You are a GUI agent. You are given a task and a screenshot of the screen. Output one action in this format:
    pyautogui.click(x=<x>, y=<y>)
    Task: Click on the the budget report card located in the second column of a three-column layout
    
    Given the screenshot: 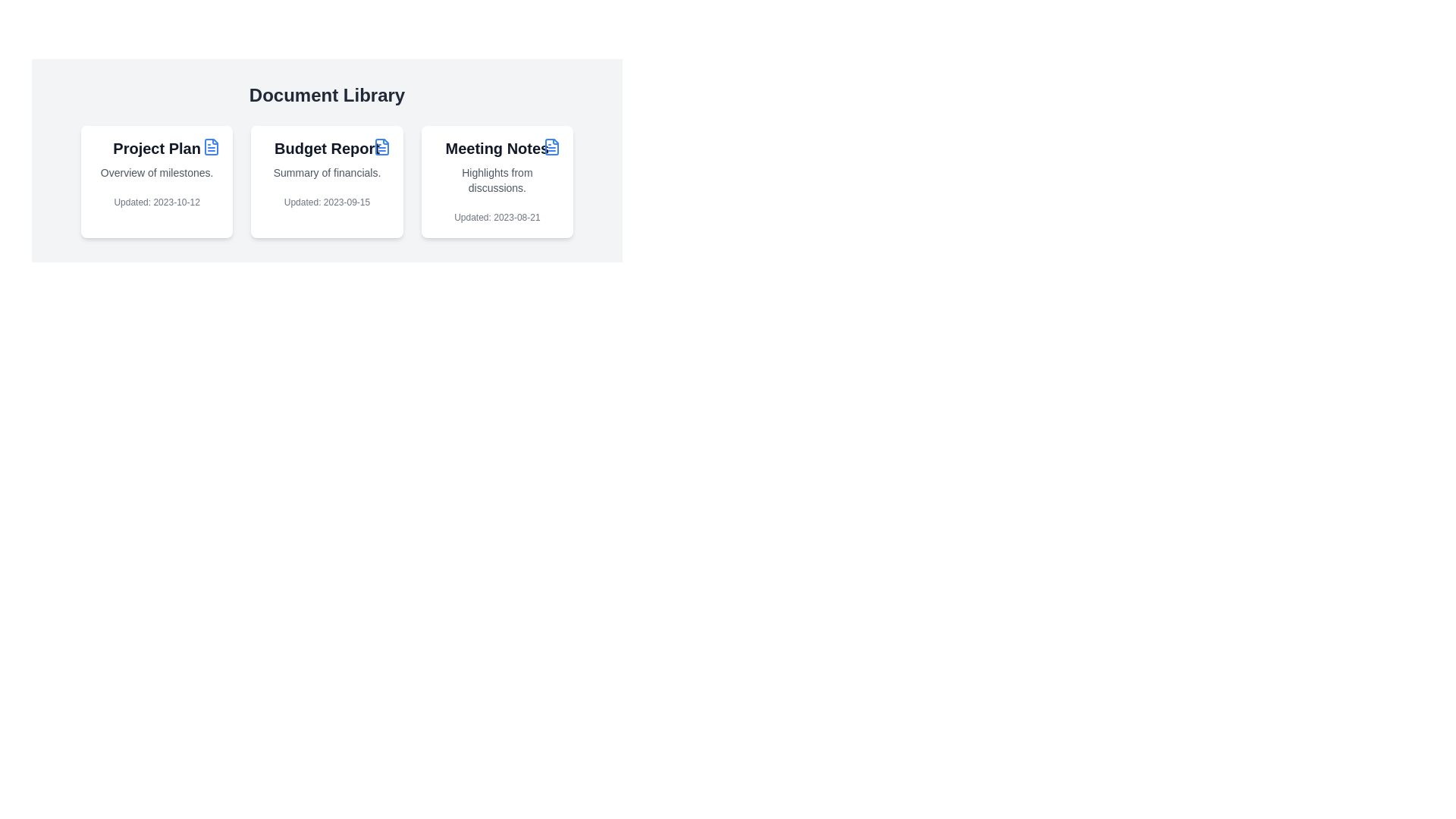 What is the action you would take?
    pyautogui.click(x=326, y=180)
    